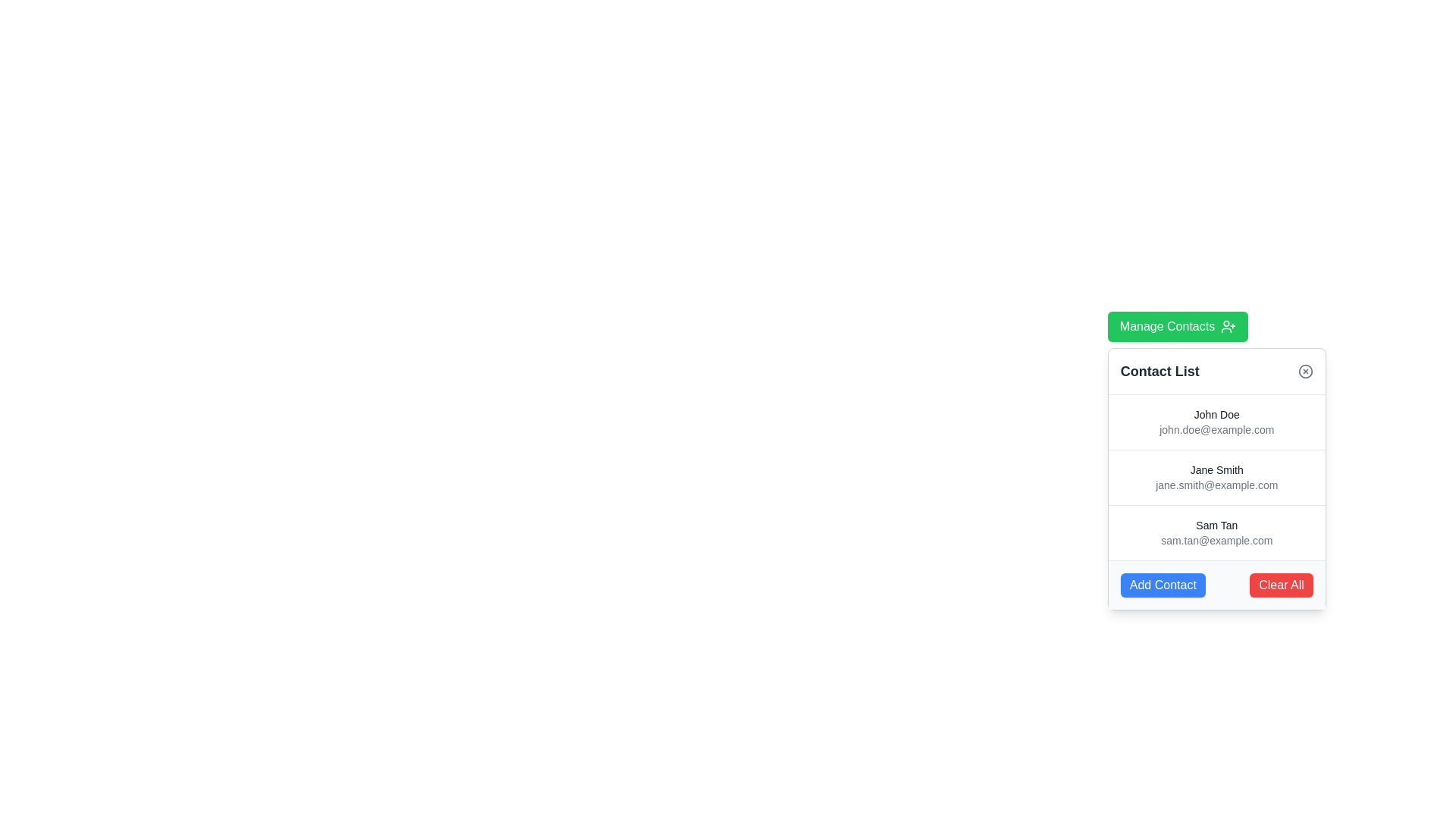 The width and height of the screenshot is (1456, 819). What do you see at coordinates (1280, 584) in the screenshot?
I see `the 'Clear All' button with a red background and white text` at bounding box center [1280, 584].